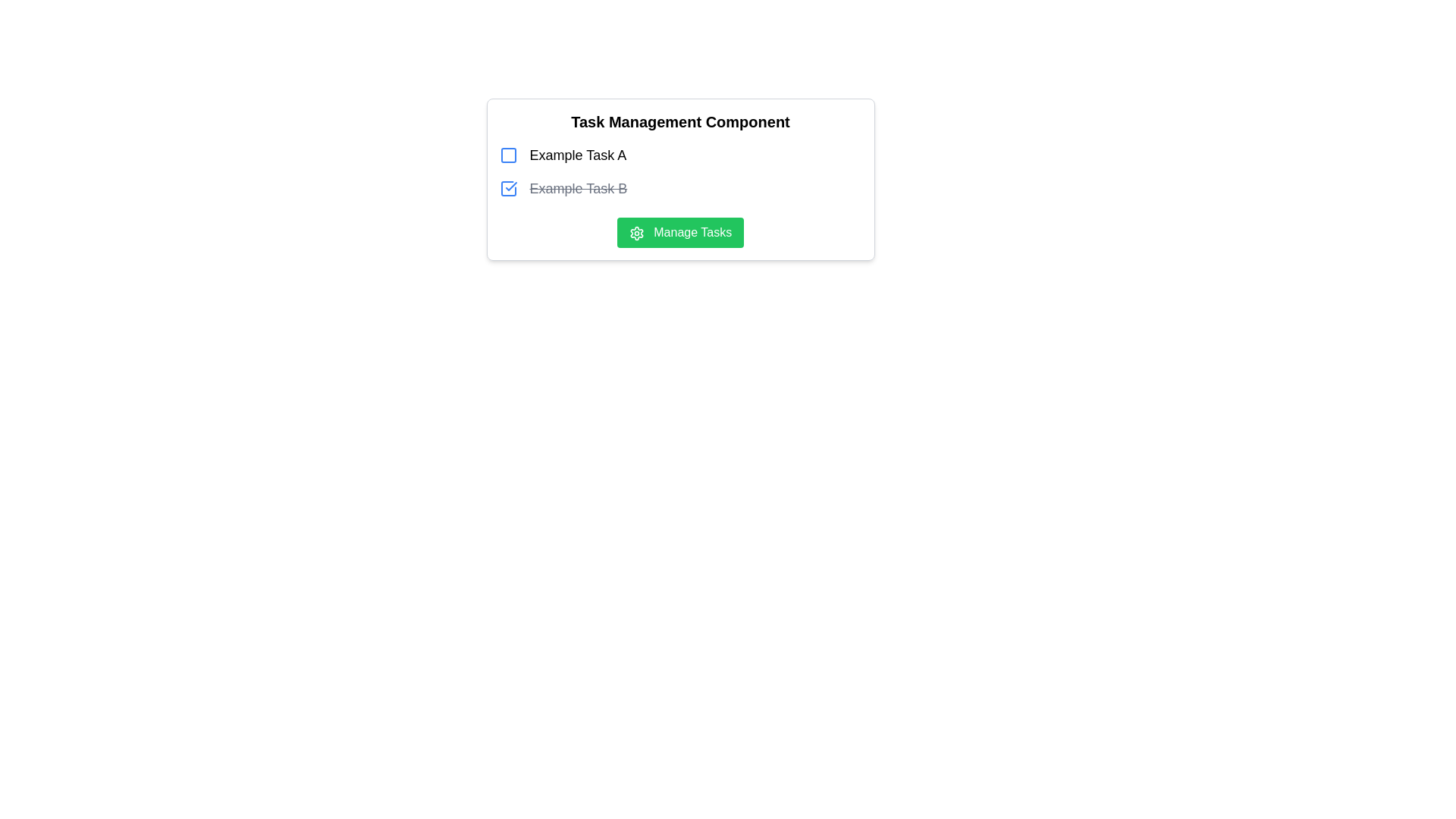 This screenshot has height=819, width=1456. Describe the element at coordinates (508, 155) in the screenshot. I see `the first task status icon in the task list, located at the top-left corner of the list` at that location.